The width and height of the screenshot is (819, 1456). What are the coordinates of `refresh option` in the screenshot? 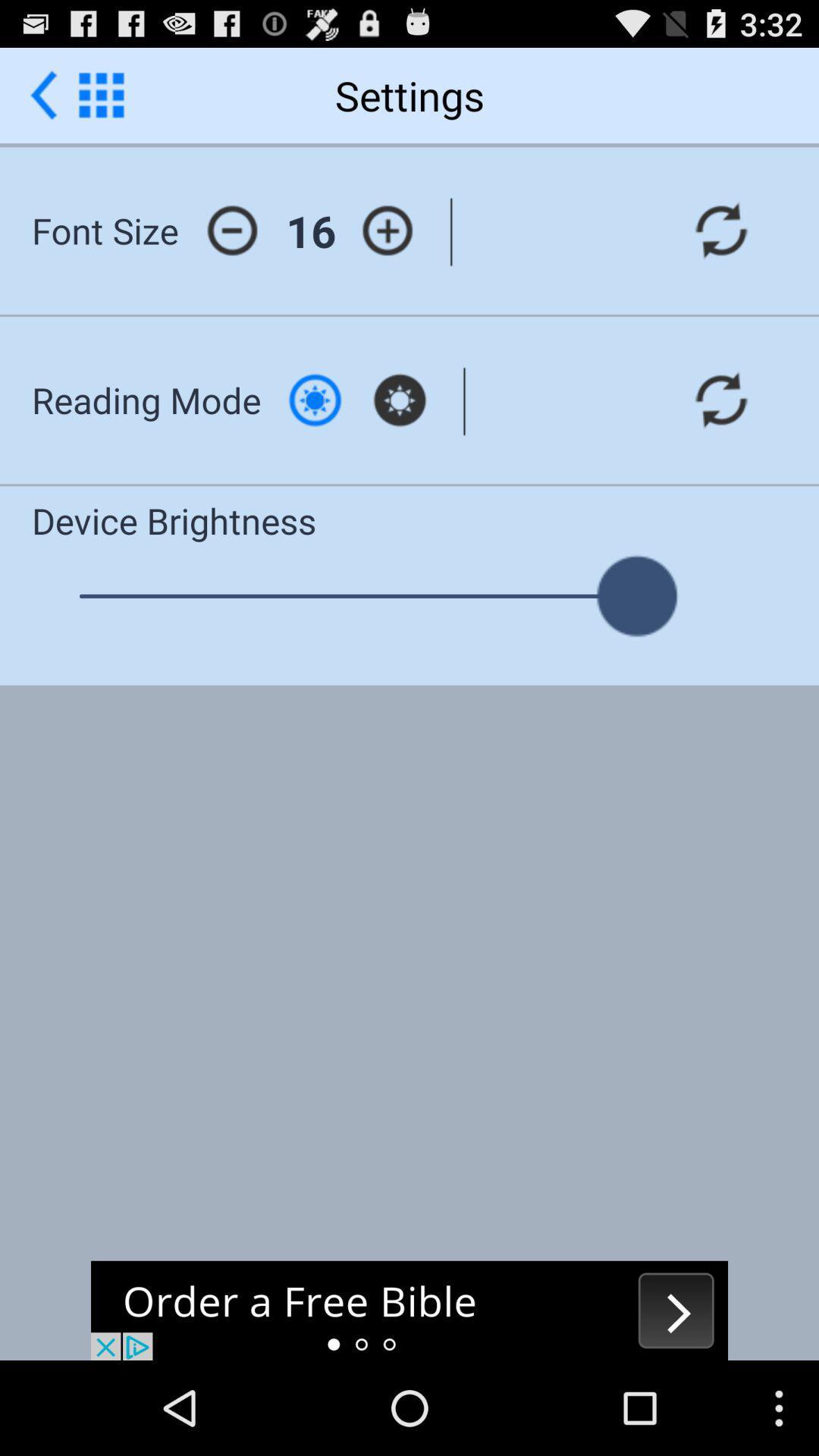 It's located at (720, 400).